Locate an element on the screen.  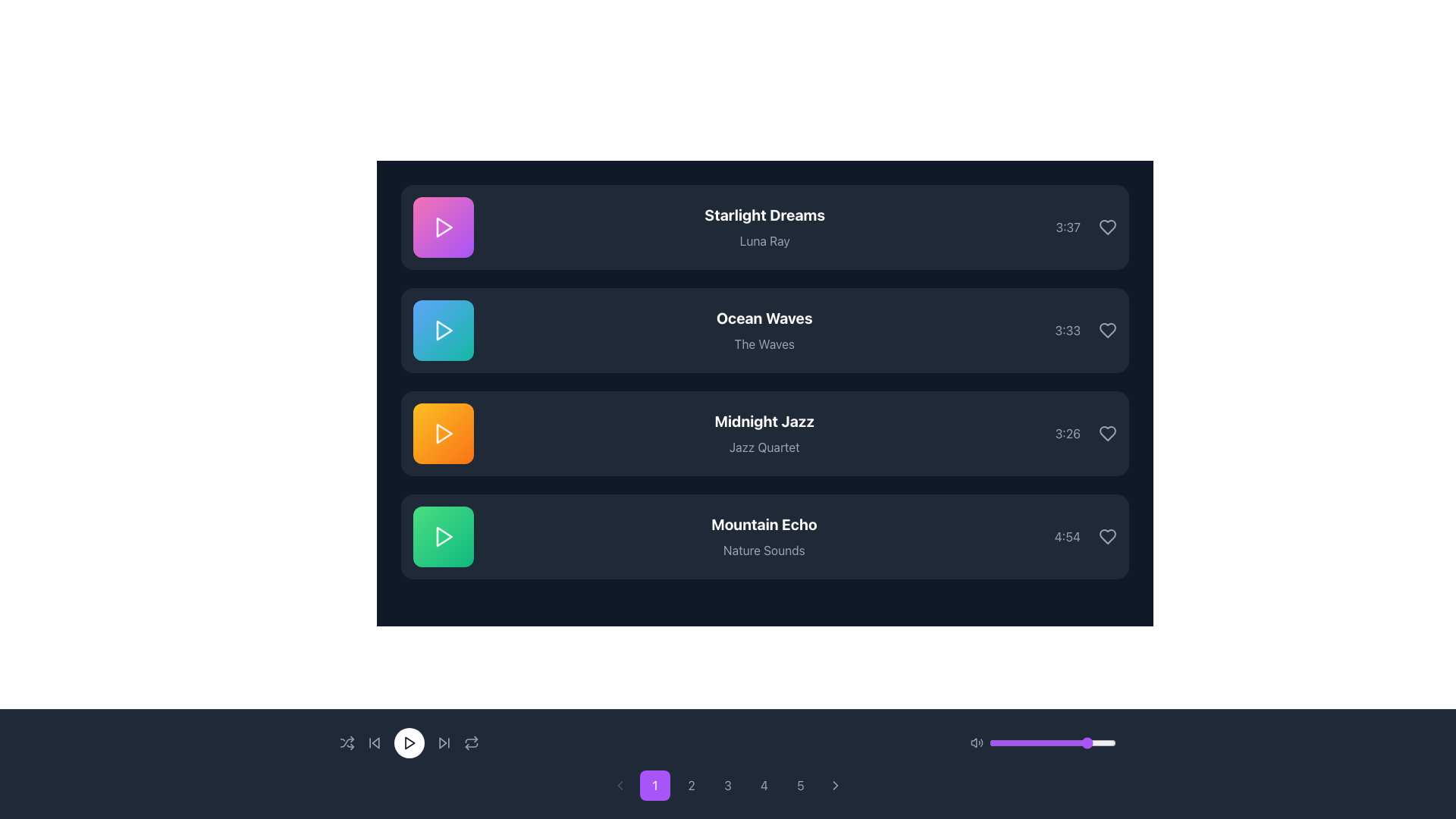
the text label displaying 'Midnight Jazz' which is prominently styled in bold, large white font within a dark-themed interface is located at coordinates (764, 421).